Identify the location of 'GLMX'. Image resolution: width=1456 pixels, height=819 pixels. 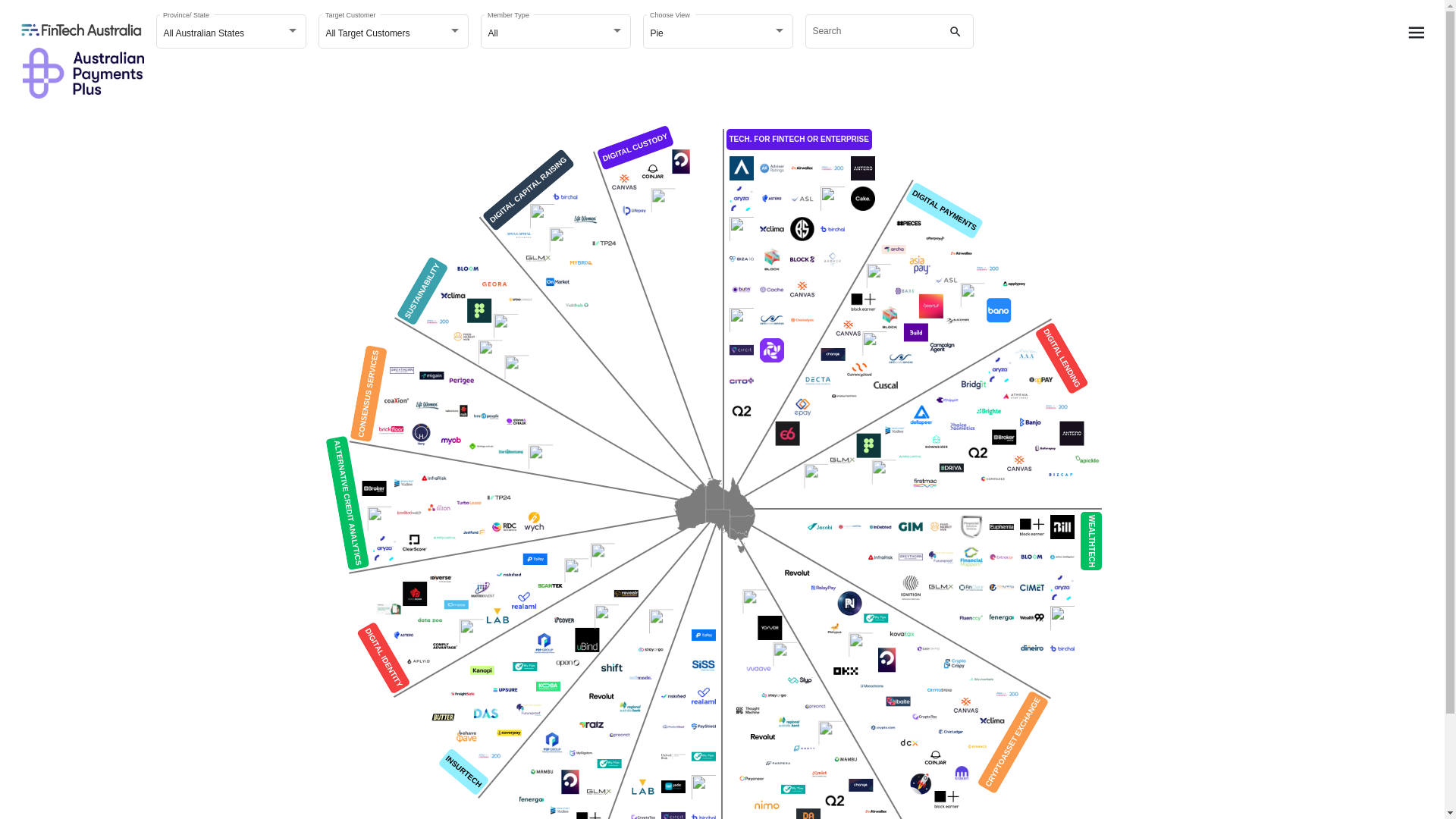
(538, 257).